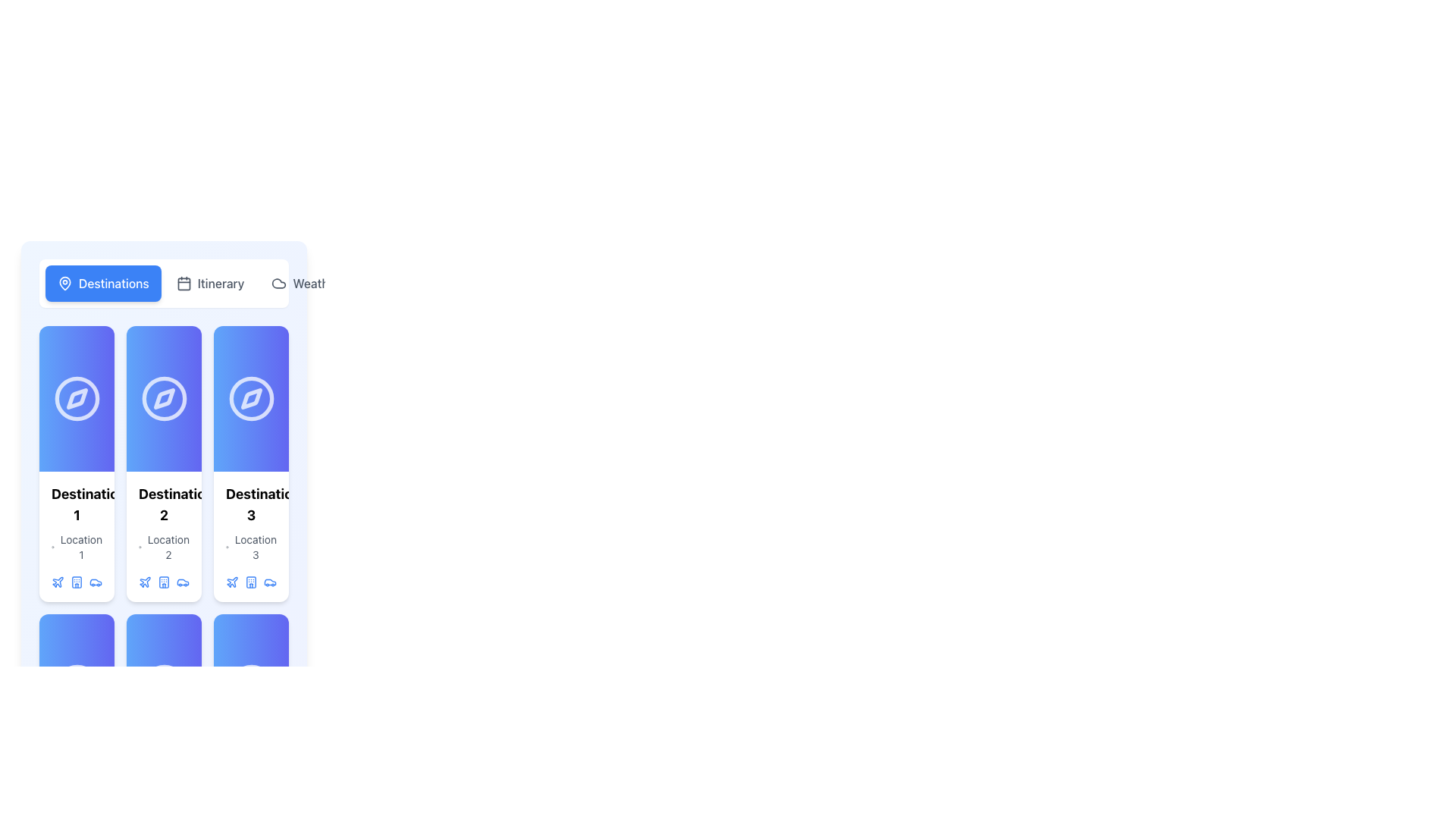  Describe the element at coordinates (164, 463) in the screenshot. I see `the second card in the grid layout, titled 'Destination 2'` at that location.